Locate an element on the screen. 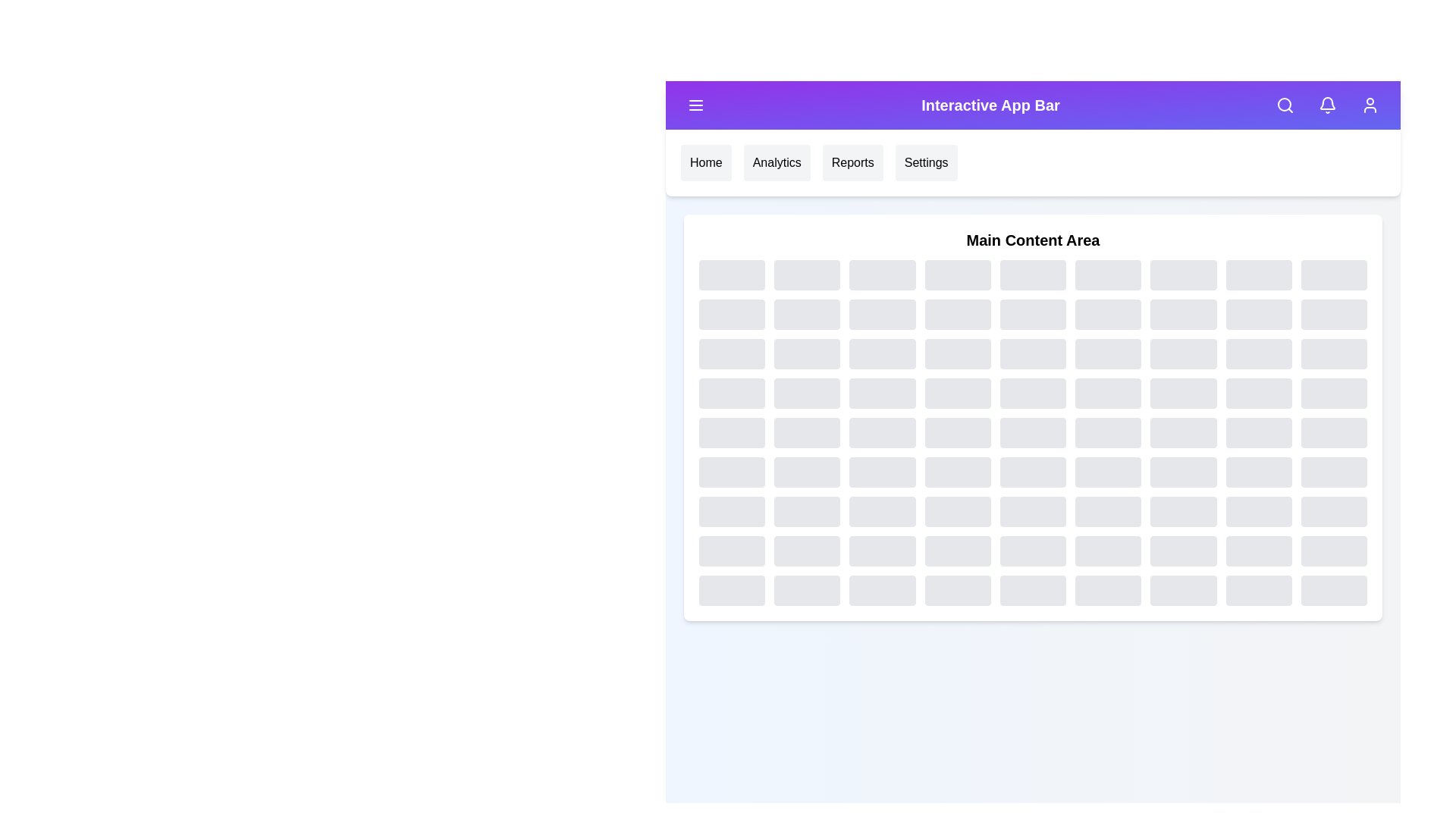 This screenshot has height=819, width=1456. the bell icon to toggle the notifications is located at coordinates (1327, 104).